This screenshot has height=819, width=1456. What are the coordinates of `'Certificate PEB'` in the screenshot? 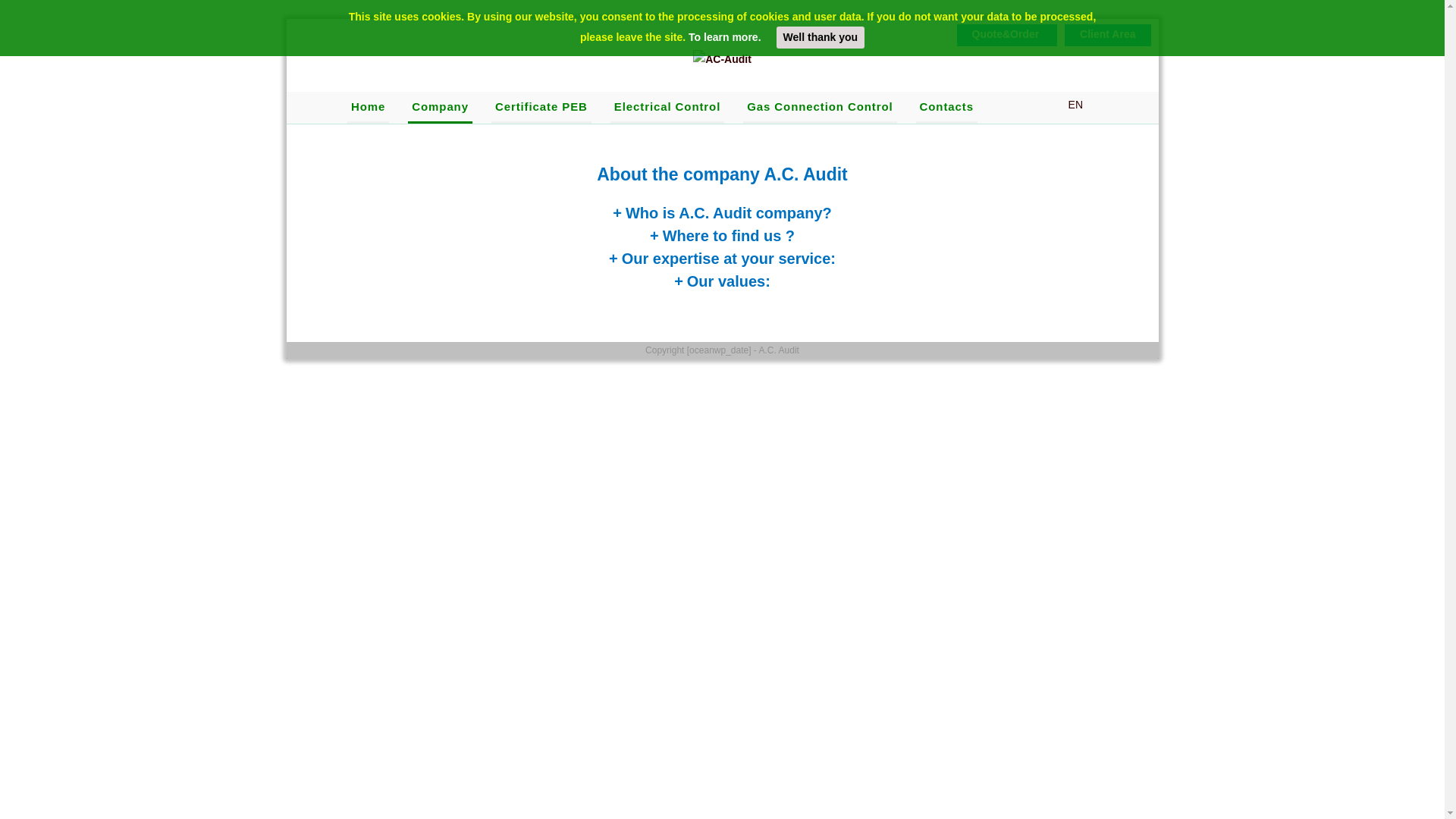 It's located at (541, 107).